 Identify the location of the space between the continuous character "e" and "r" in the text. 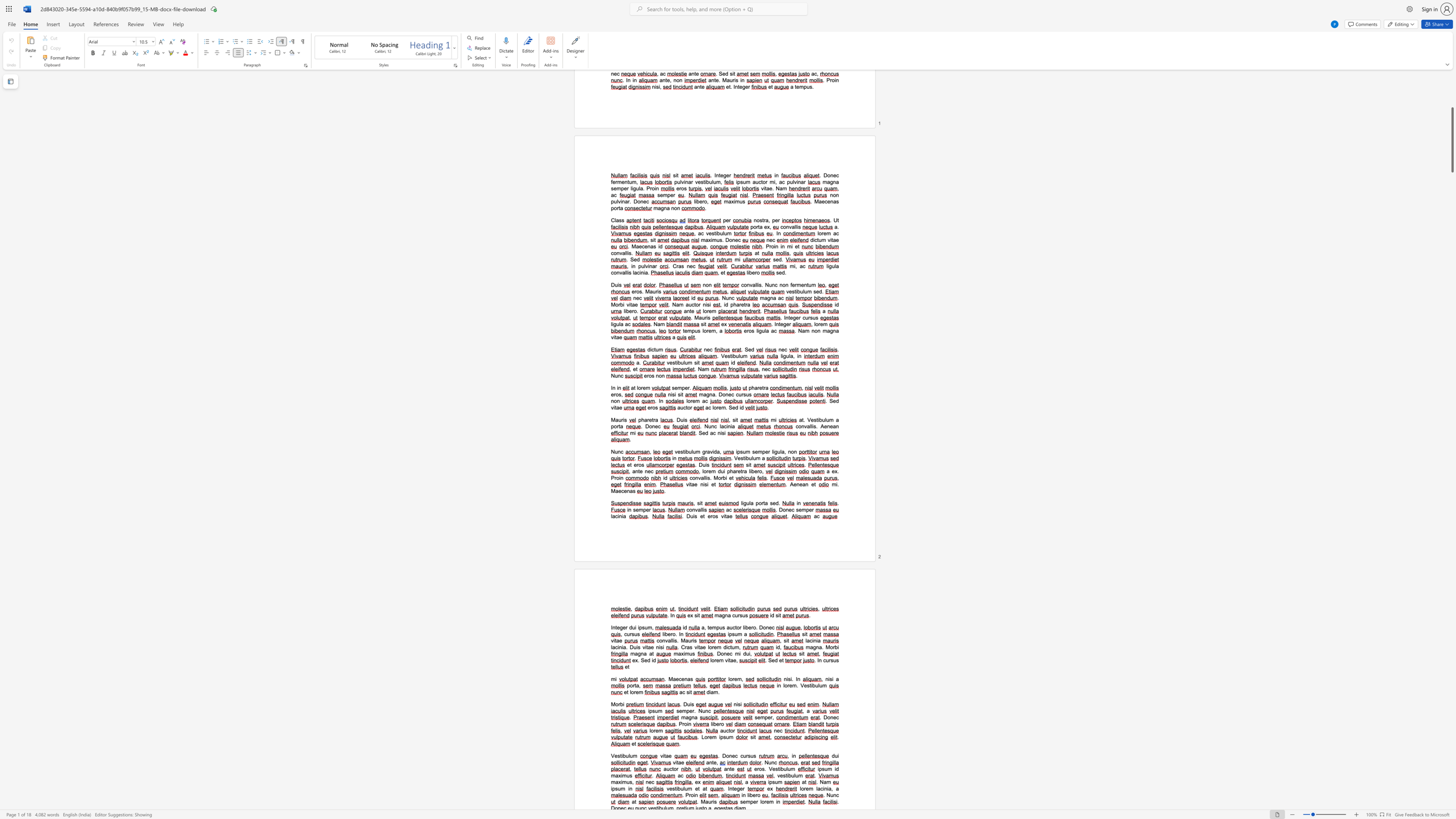
(742, 788).